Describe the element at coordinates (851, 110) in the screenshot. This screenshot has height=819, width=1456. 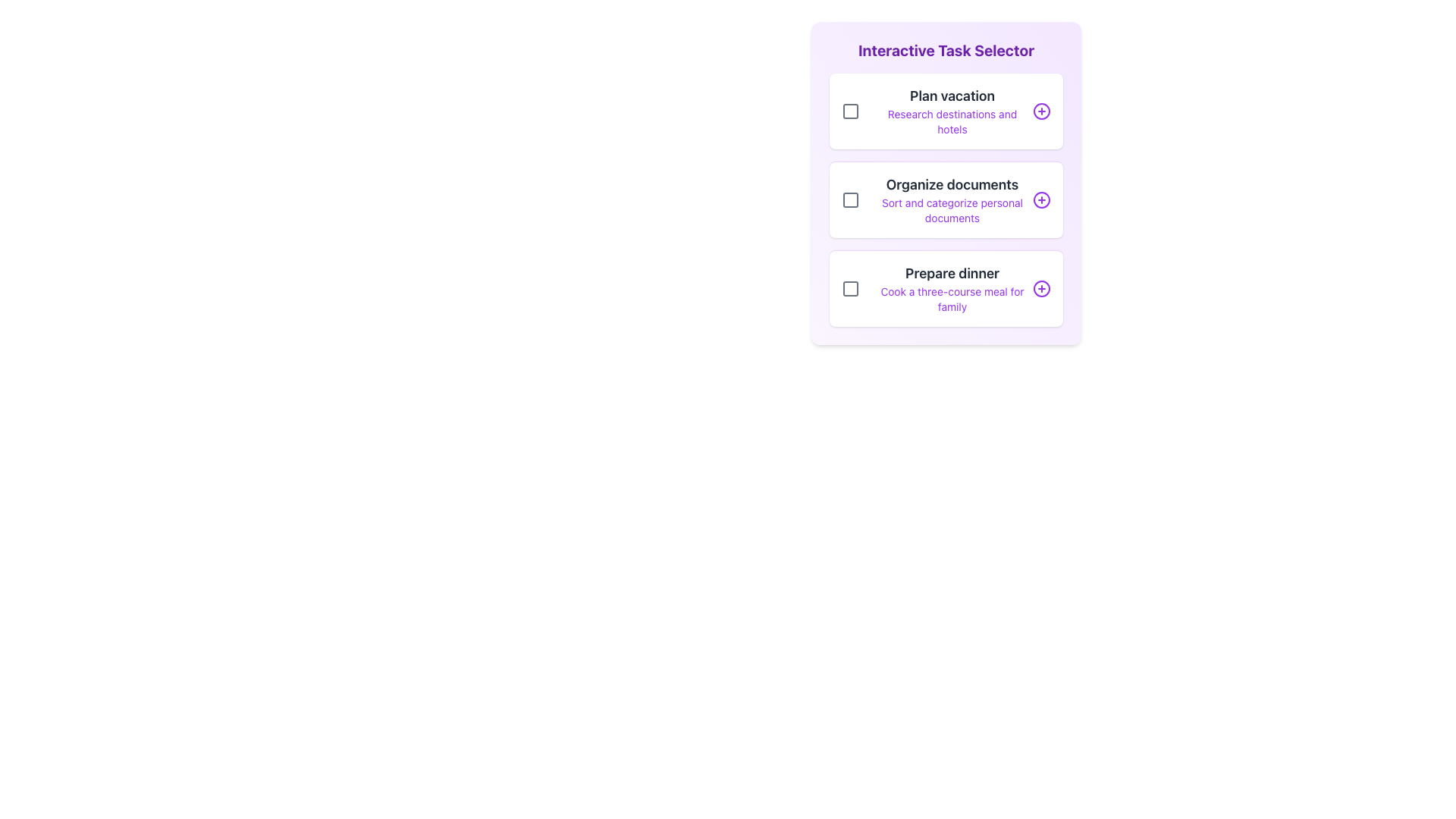
I see `the checkbox next to the bold text 'Plan vacation' to mark it as checked` at that location.